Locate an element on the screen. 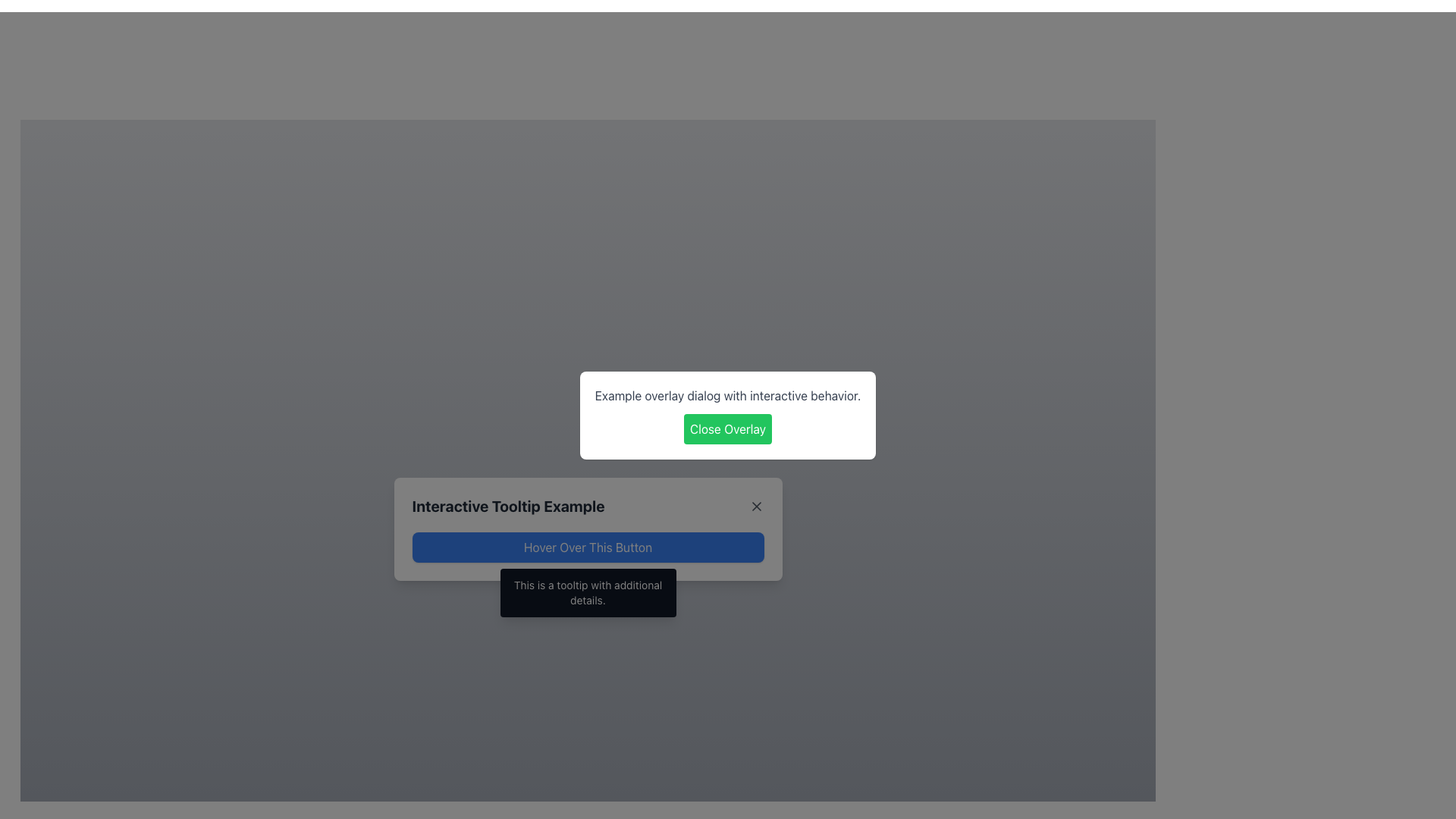 The width and height of the screenshot is (1456, 819). the Static Text element that provides context or information about the overlay dialog, located above the 'Close Overlay' green button is located at coordinates (728, 394).